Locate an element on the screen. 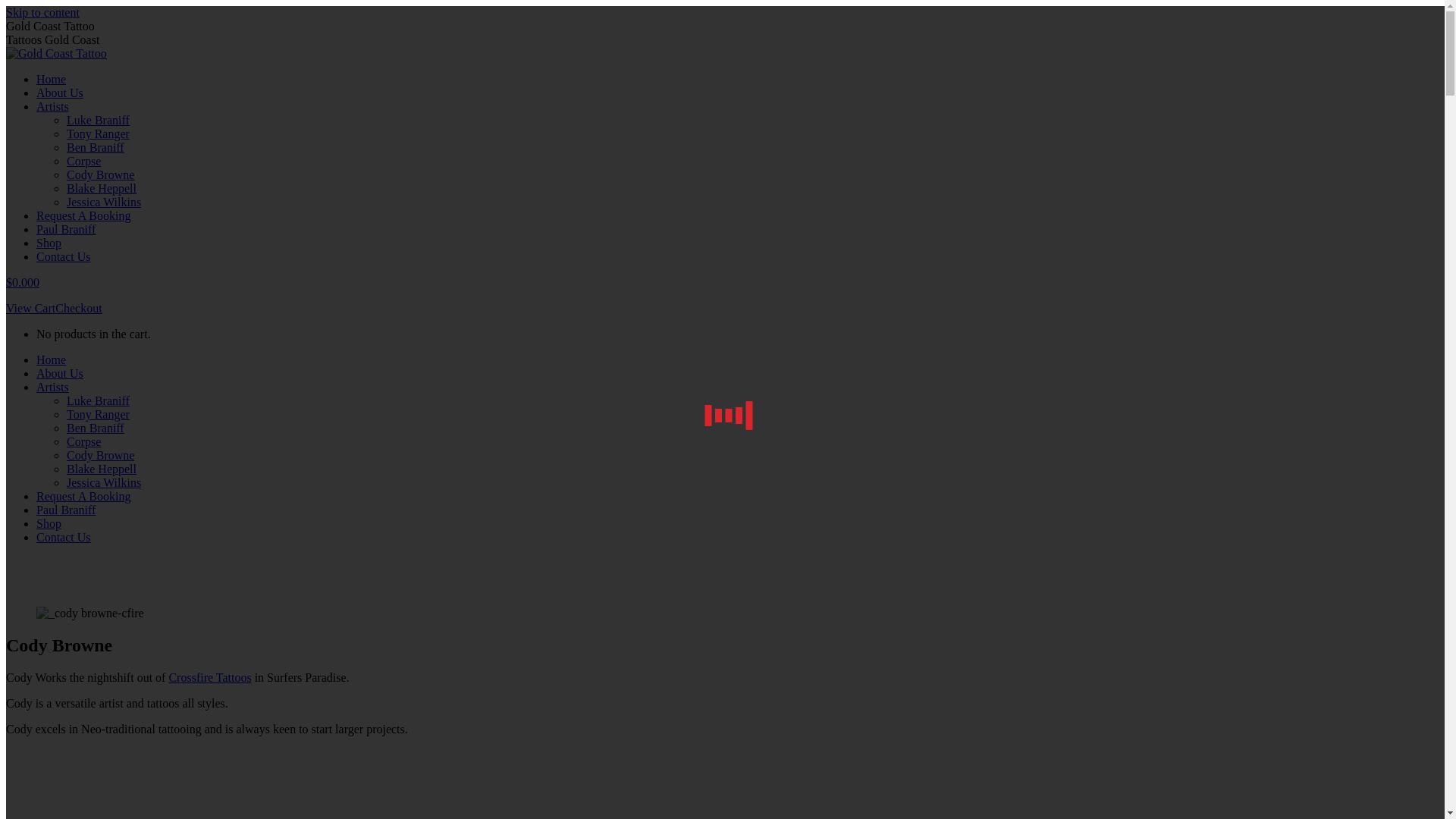 The width and height of the screenshot is (1456, 819). 'Cody Browne' is located at coordinates (99, 454).